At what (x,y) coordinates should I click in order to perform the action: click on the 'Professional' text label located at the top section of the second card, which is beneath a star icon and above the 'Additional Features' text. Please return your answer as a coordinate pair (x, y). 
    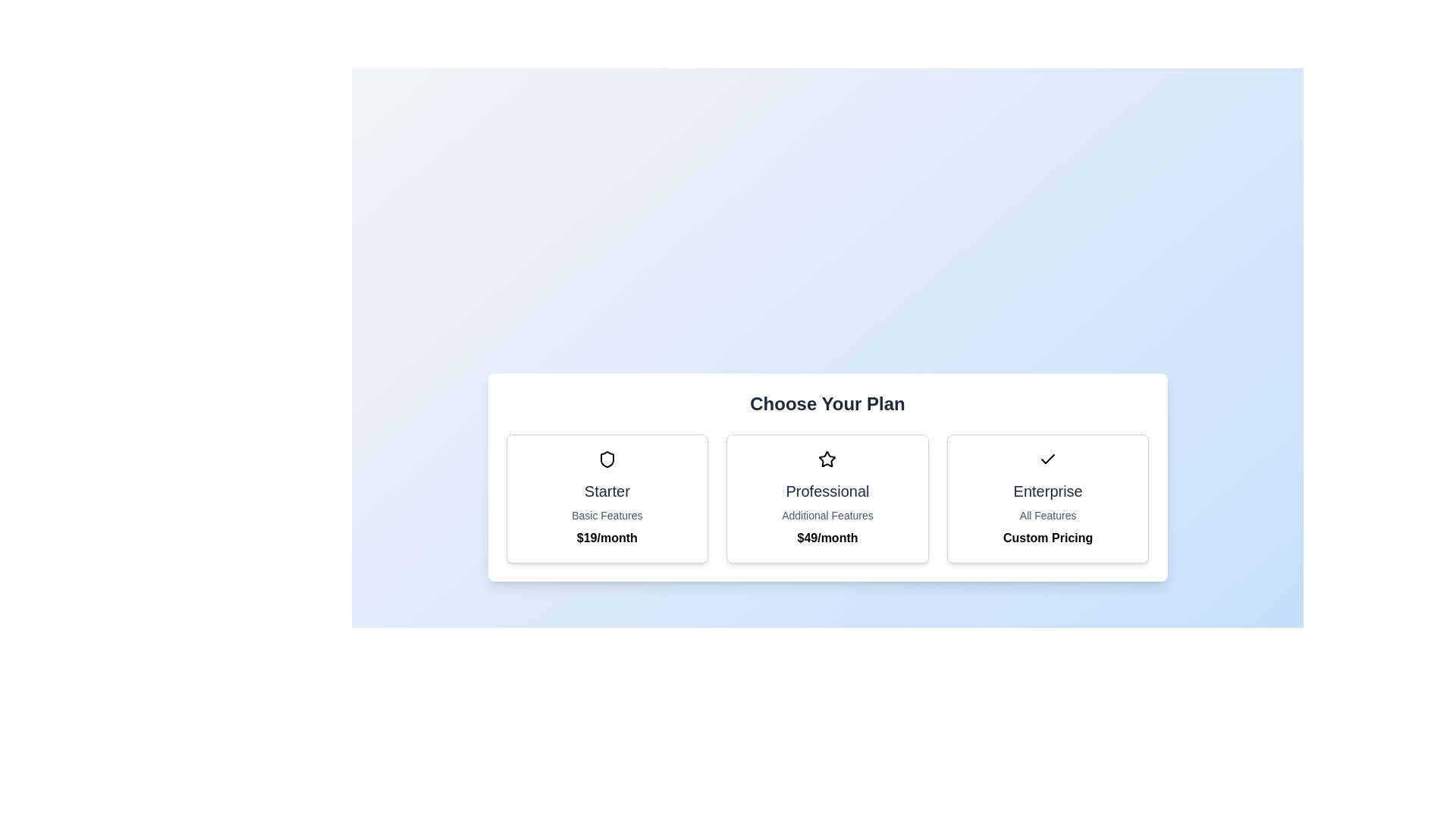
    Looking at the image, I should click on (827, 491).